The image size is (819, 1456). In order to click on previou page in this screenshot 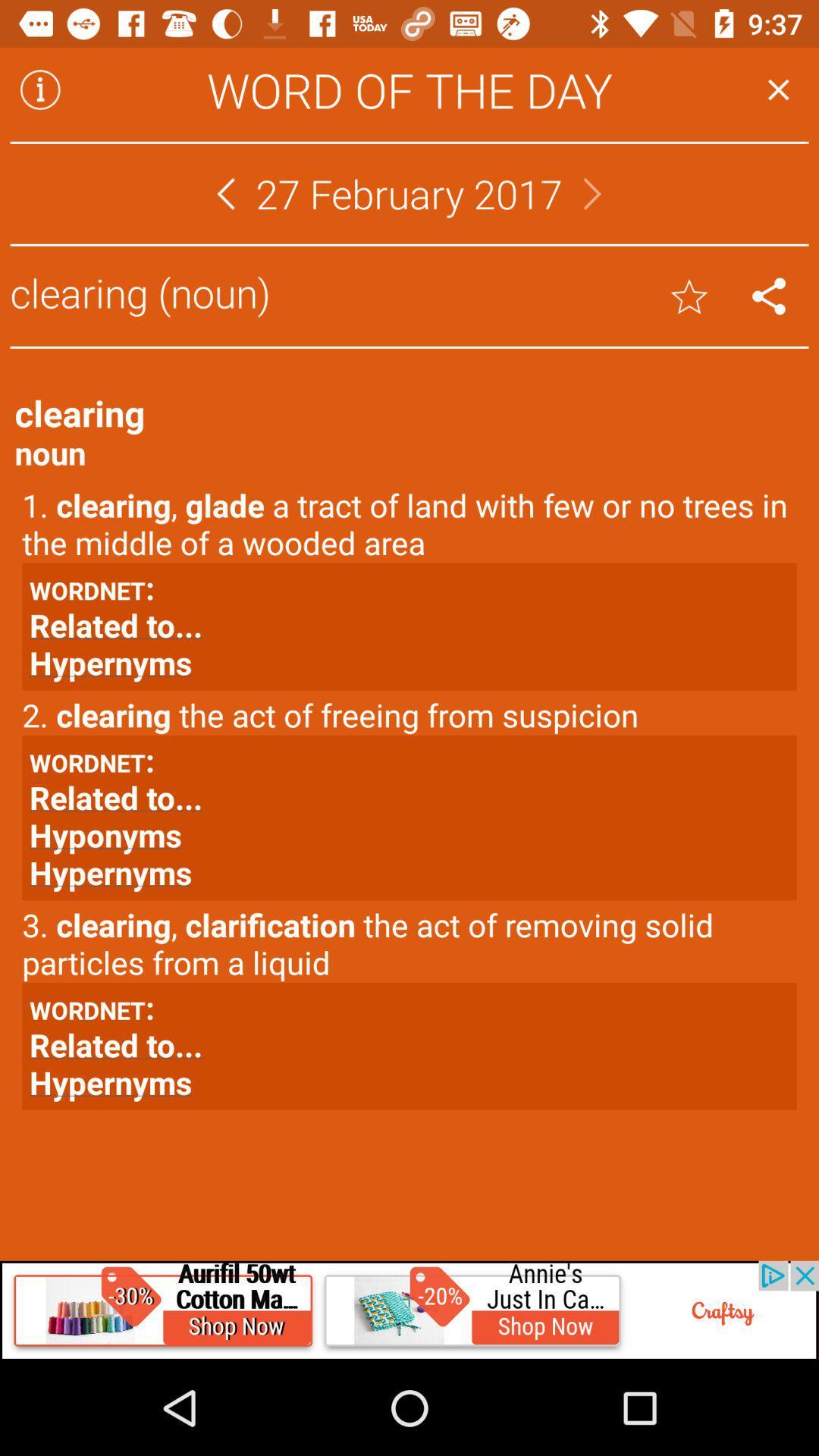, I will do `click(225, 193)`.